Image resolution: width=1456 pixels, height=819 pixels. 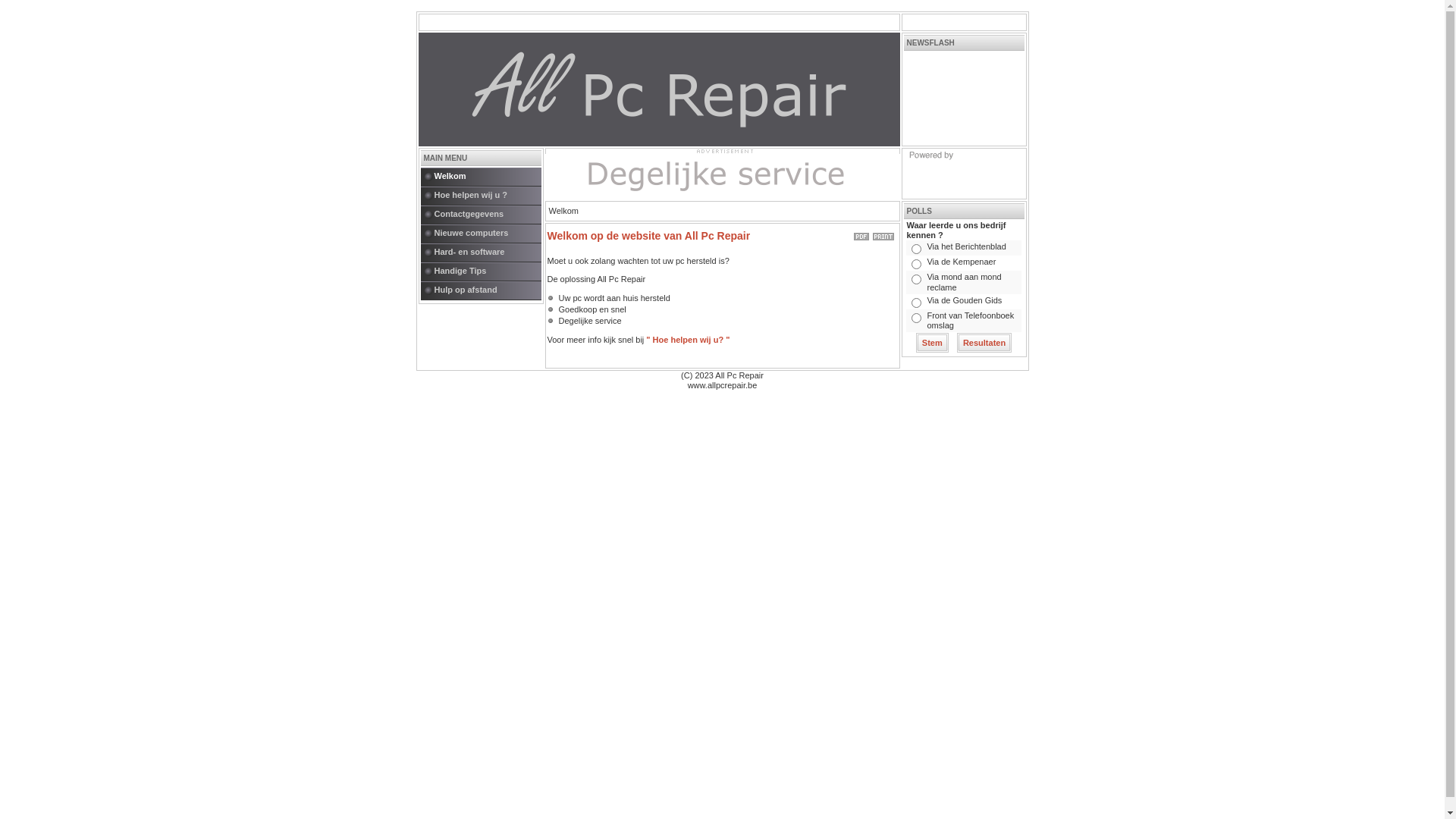 I want to click on 'Contactgegevens', so click(x=419, y=215).